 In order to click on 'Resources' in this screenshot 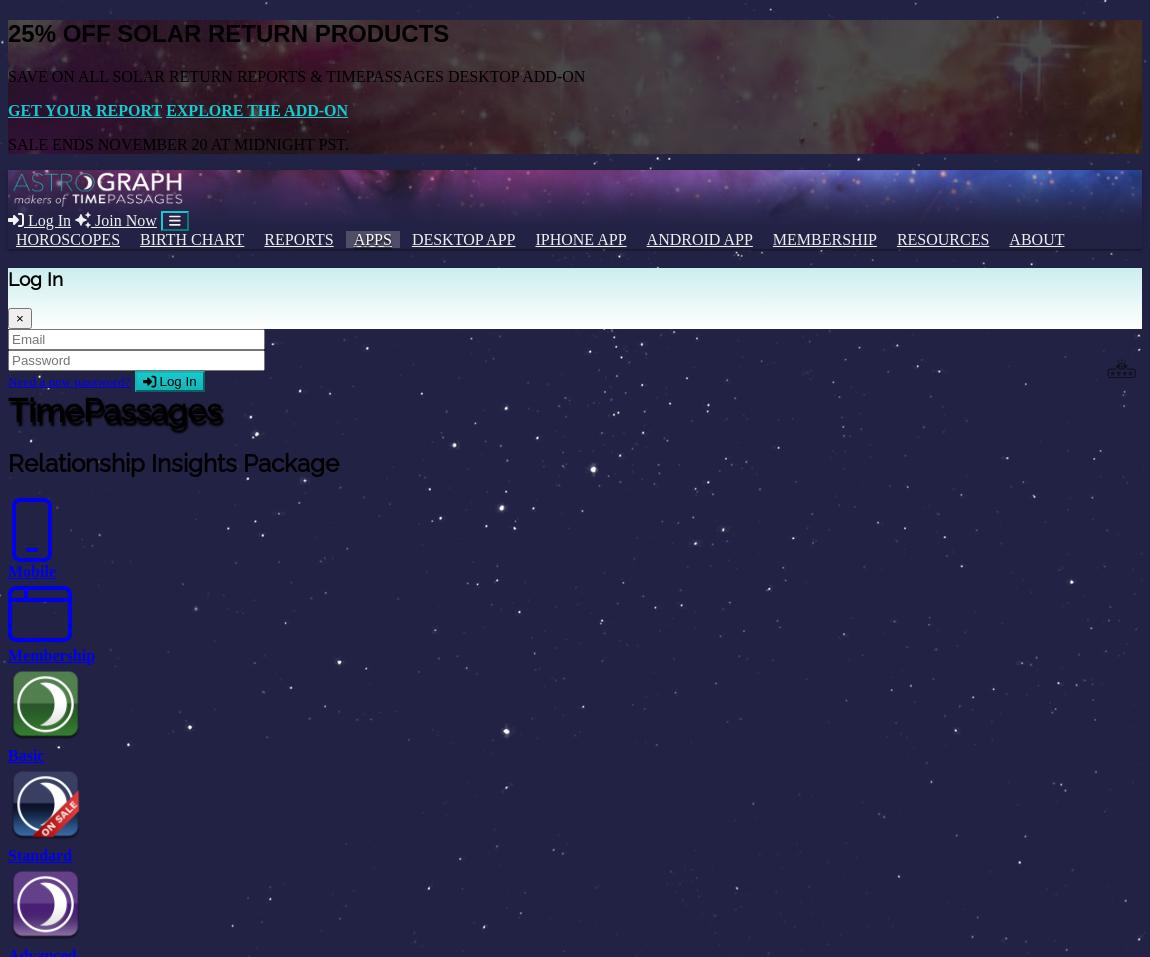, I will do `click(942, 237)`.